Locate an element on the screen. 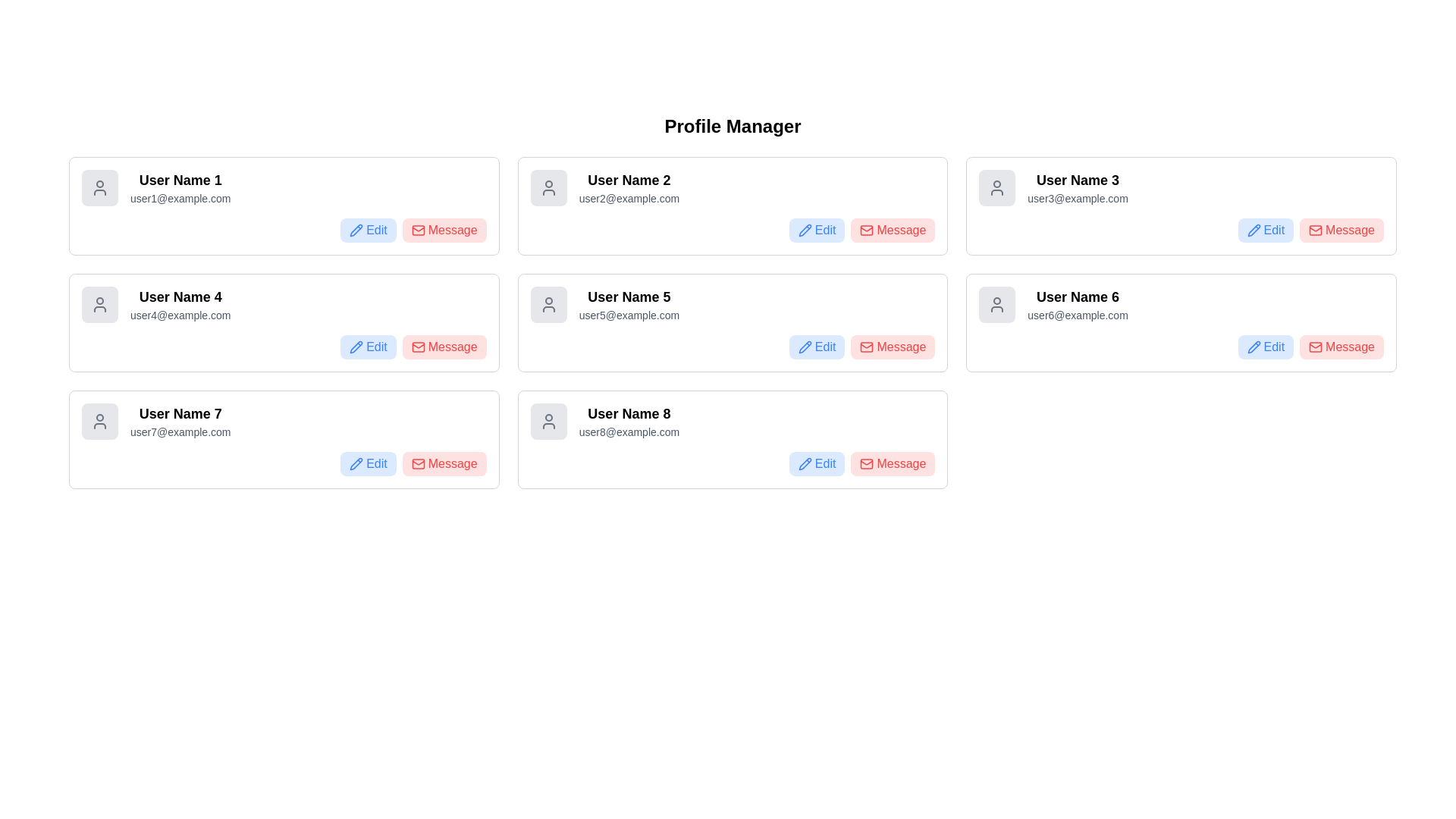 This screenshot has height=819, width=1456. the 'Edit' button in the second user profile box, which is styled with a bold blue font and light blue background is located at coordinates (824, 231).